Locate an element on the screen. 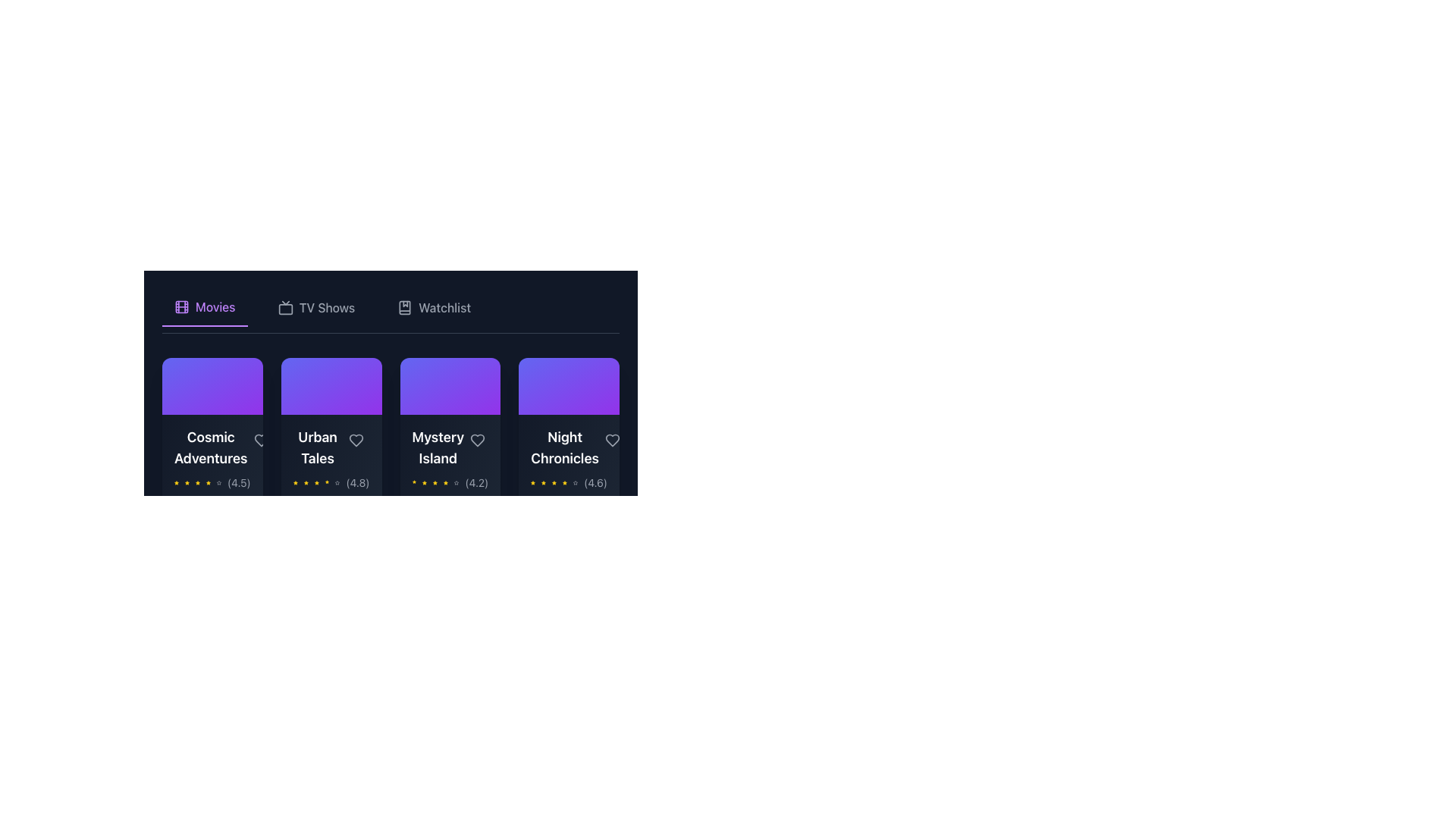 The width and height of the screenshot is (1456, 819). the heart-shaped icon button located to the right of the text 'Urban Tales' is located at coordinates (355, 440).